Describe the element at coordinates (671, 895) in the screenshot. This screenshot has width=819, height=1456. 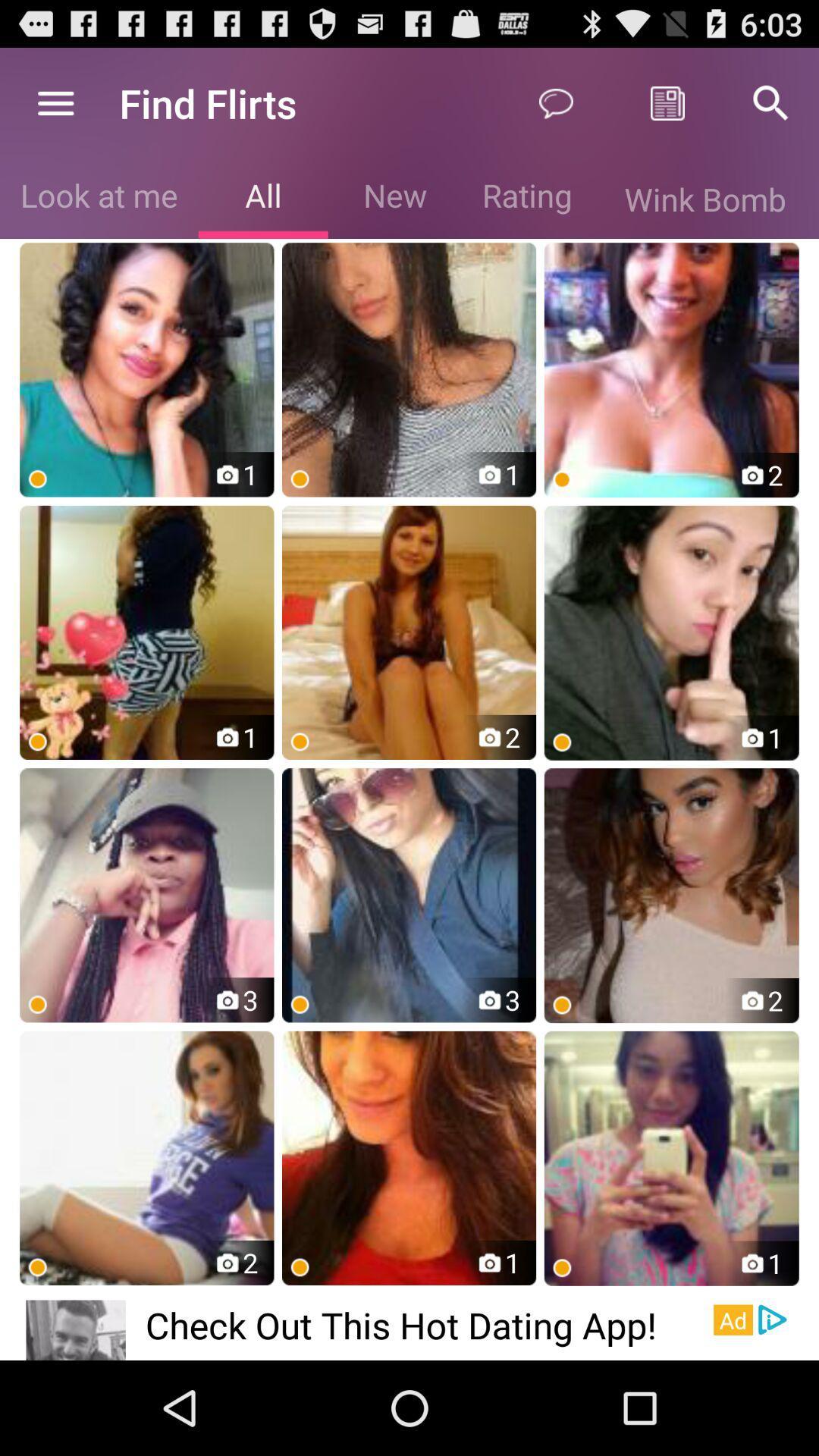
I see `third row third right image of the page` at that location.